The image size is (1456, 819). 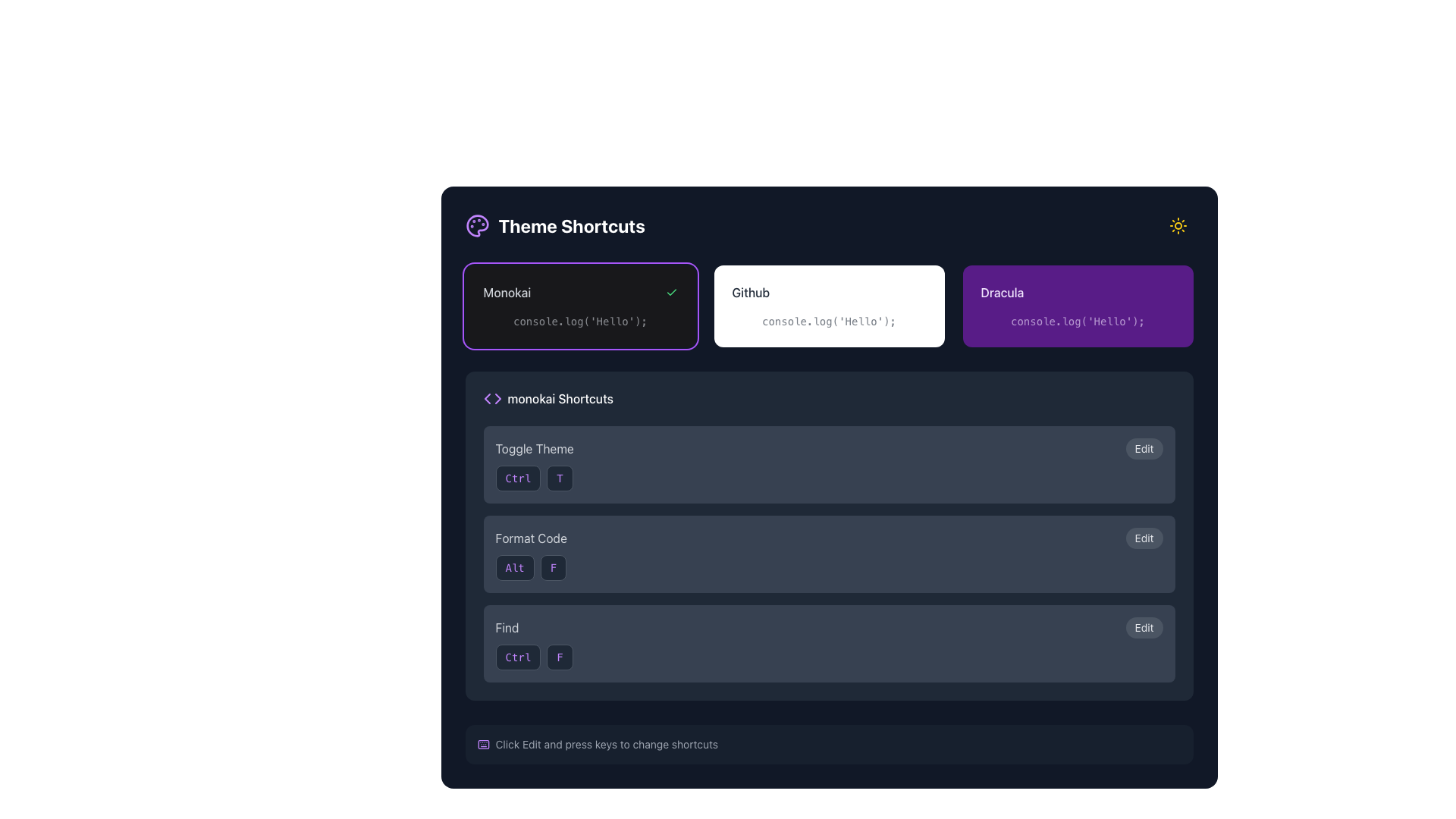 I want to click on the 'Edit' button located in the bottommost row of the 'Find' shortcut section, so click(x=1144, y=628).